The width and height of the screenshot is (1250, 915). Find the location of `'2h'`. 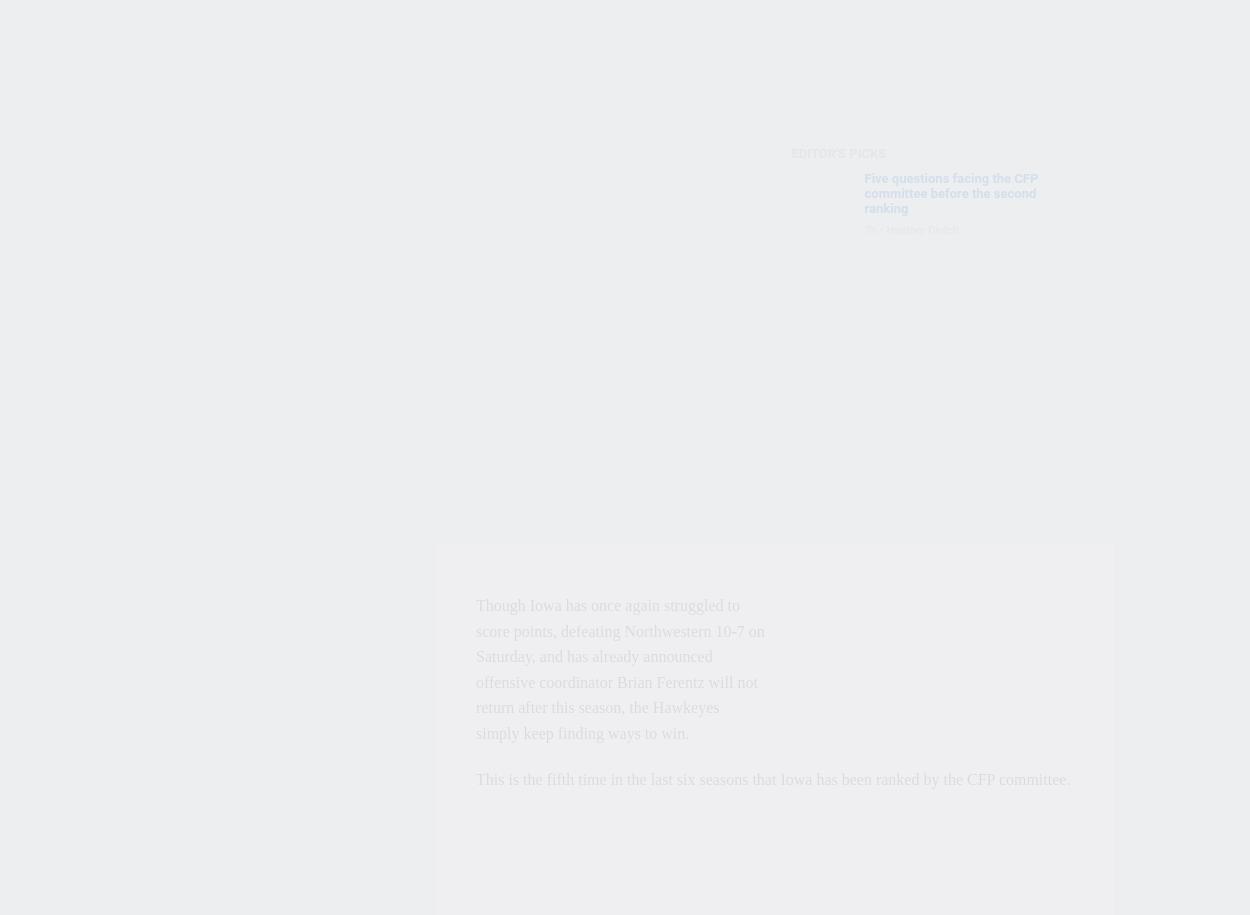

'2h' is located at coordinates (863, 311).